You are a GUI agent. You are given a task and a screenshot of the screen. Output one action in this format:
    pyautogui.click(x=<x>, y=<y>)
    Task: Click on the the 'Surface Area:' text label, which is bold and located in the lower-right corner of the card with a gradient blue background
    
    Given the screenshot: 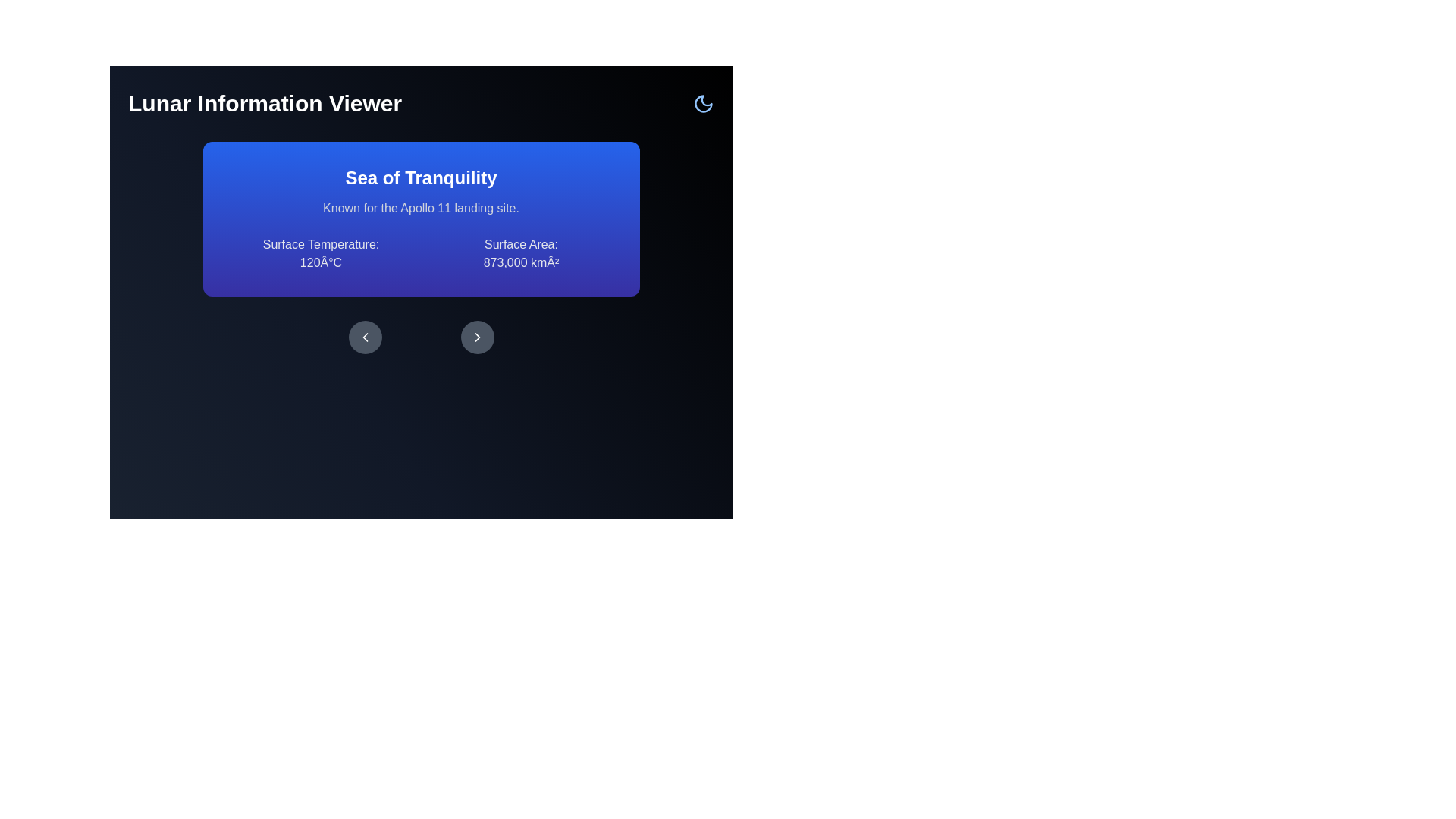 What is the action you would take?
    pyautogui.click(x=521, y=243)
    